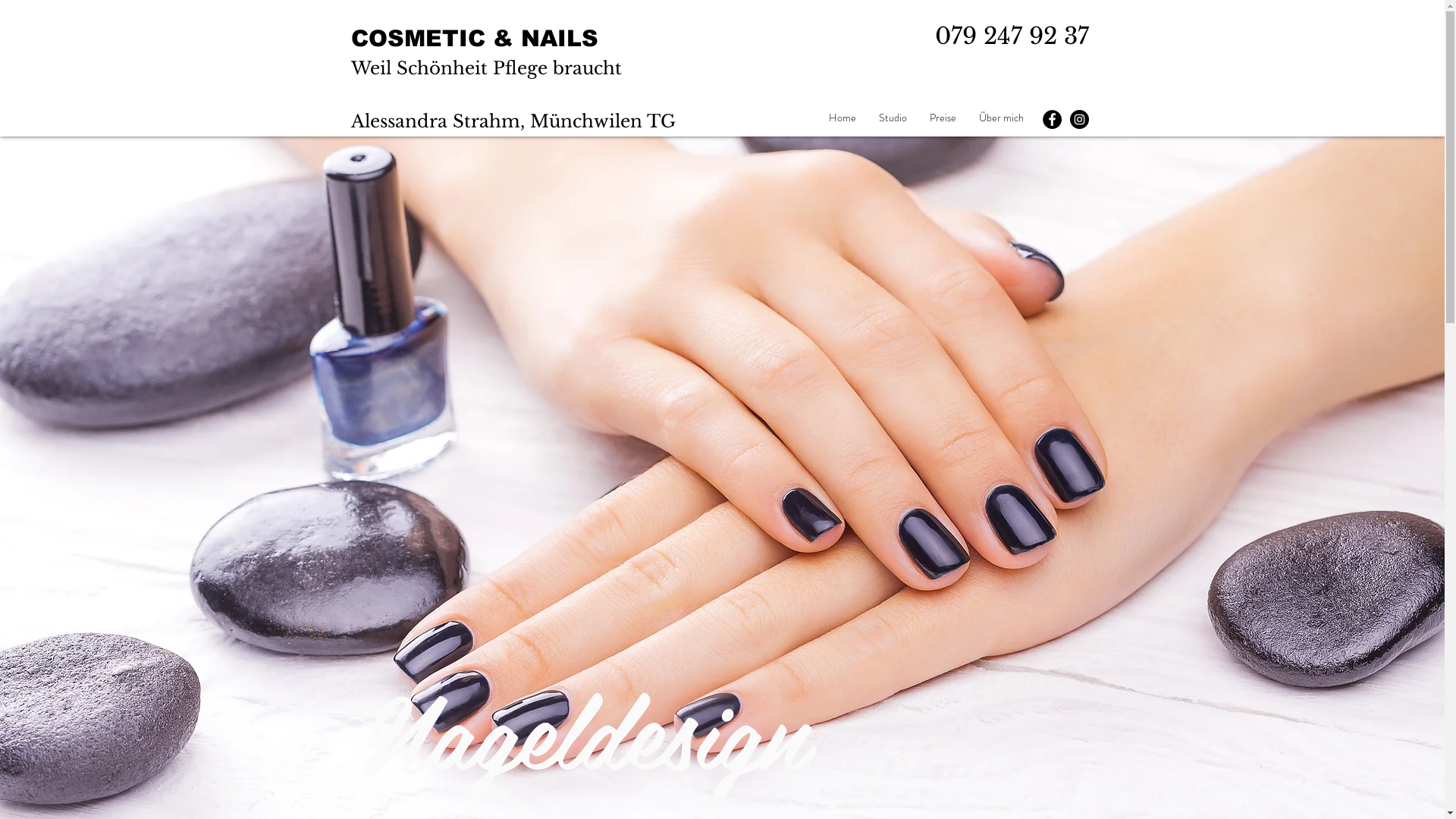 Image resolution: width=1456 pixels, height=819 pixels. Describe the element at coordinates (867, 117) in the screenshot. I see `'Studio'` at that location.